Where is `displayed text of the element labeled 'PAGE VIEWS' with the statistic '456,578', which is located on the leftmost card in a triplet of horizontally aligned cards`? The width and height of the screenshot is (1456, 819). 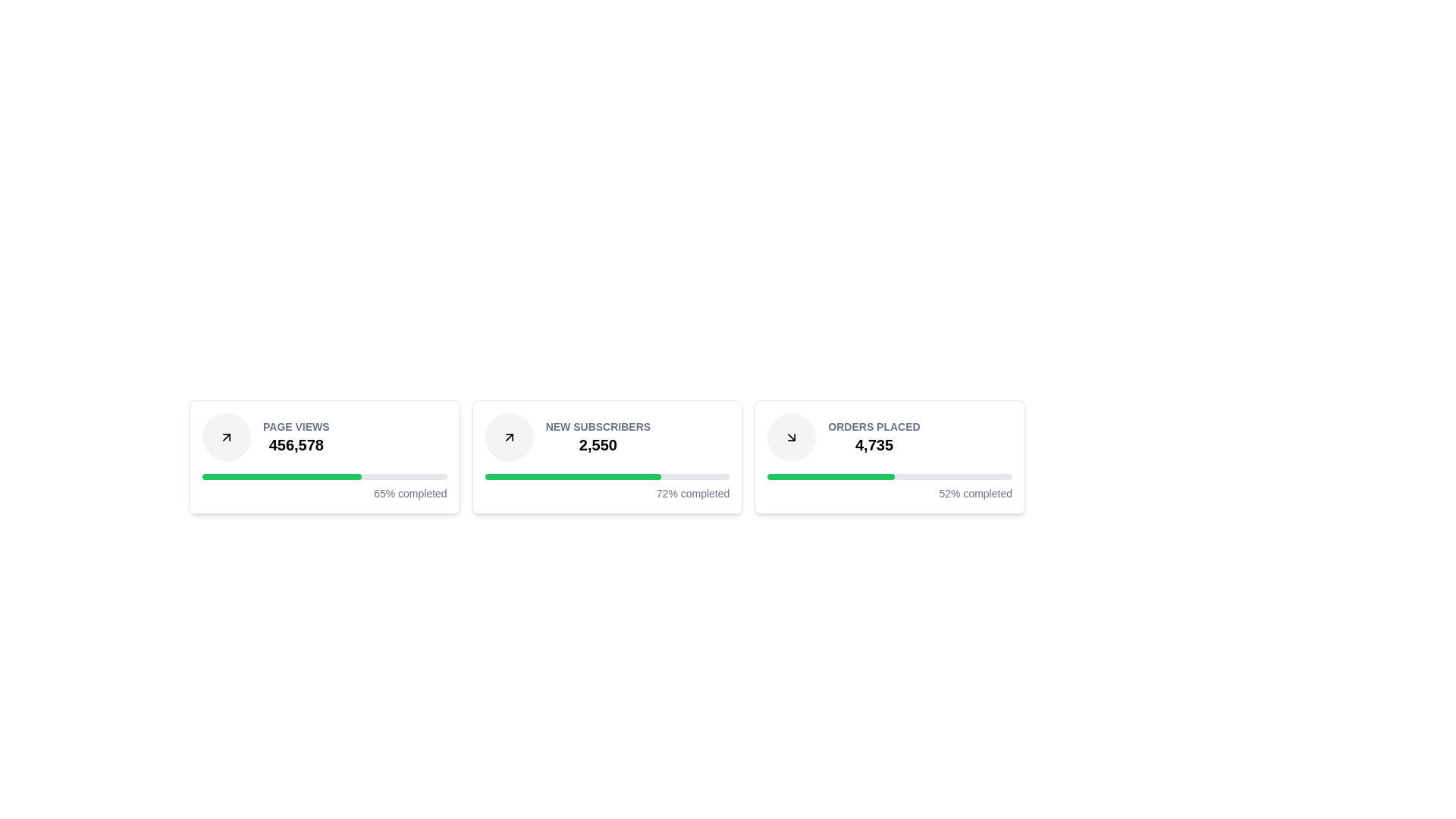
displayed text of the element labeled 'PAGE VIEWS' with the statistic '456,578', which is located on the leftmost card in a triplet of horizontally aligned cards is located at coordinates (296, 438).